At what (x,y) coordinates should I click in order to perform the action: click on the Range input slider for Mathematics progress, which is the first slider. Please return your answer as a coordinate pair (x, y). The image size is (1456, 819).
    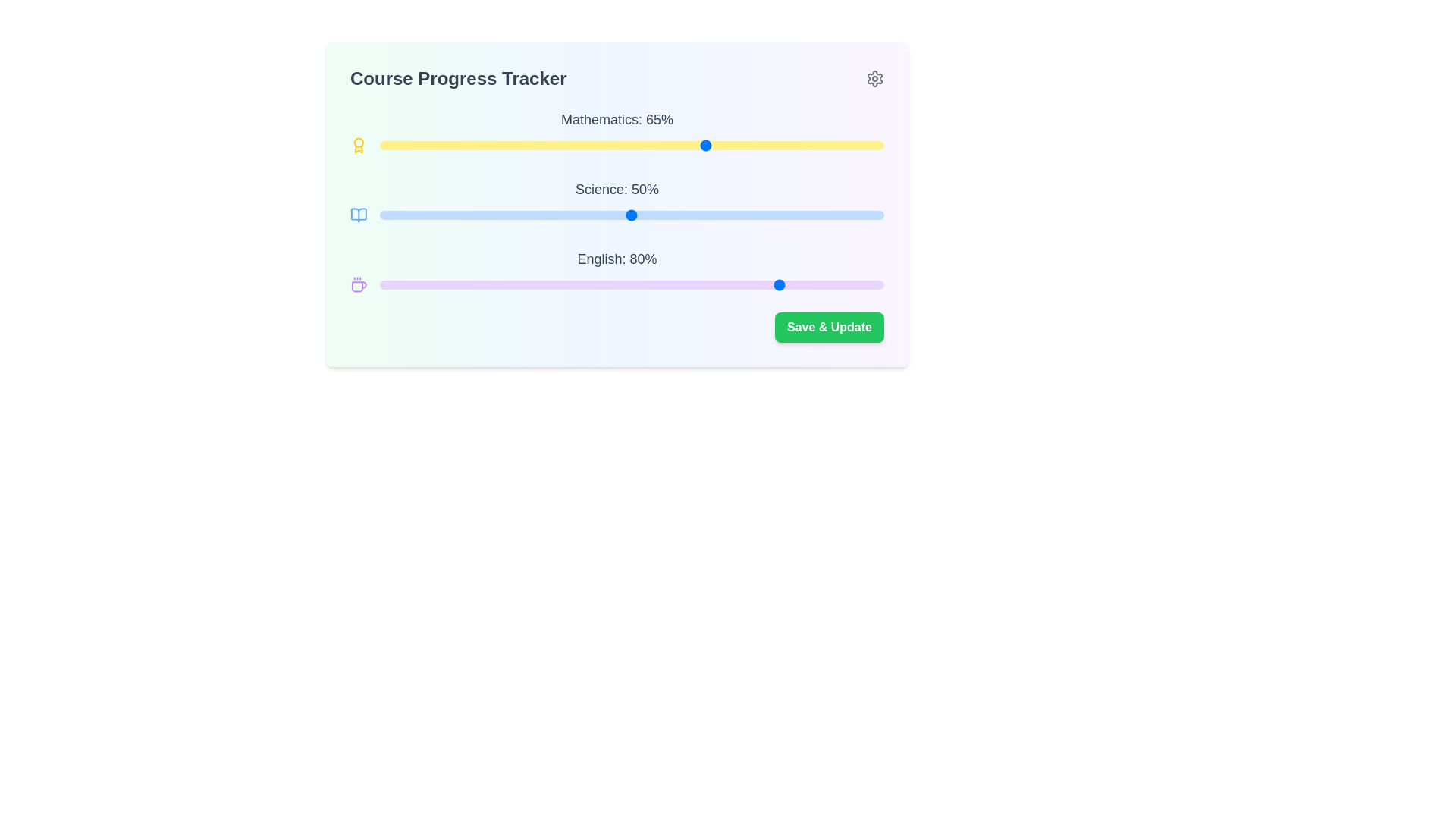
    Looking at the image, I should click on (632, 146).